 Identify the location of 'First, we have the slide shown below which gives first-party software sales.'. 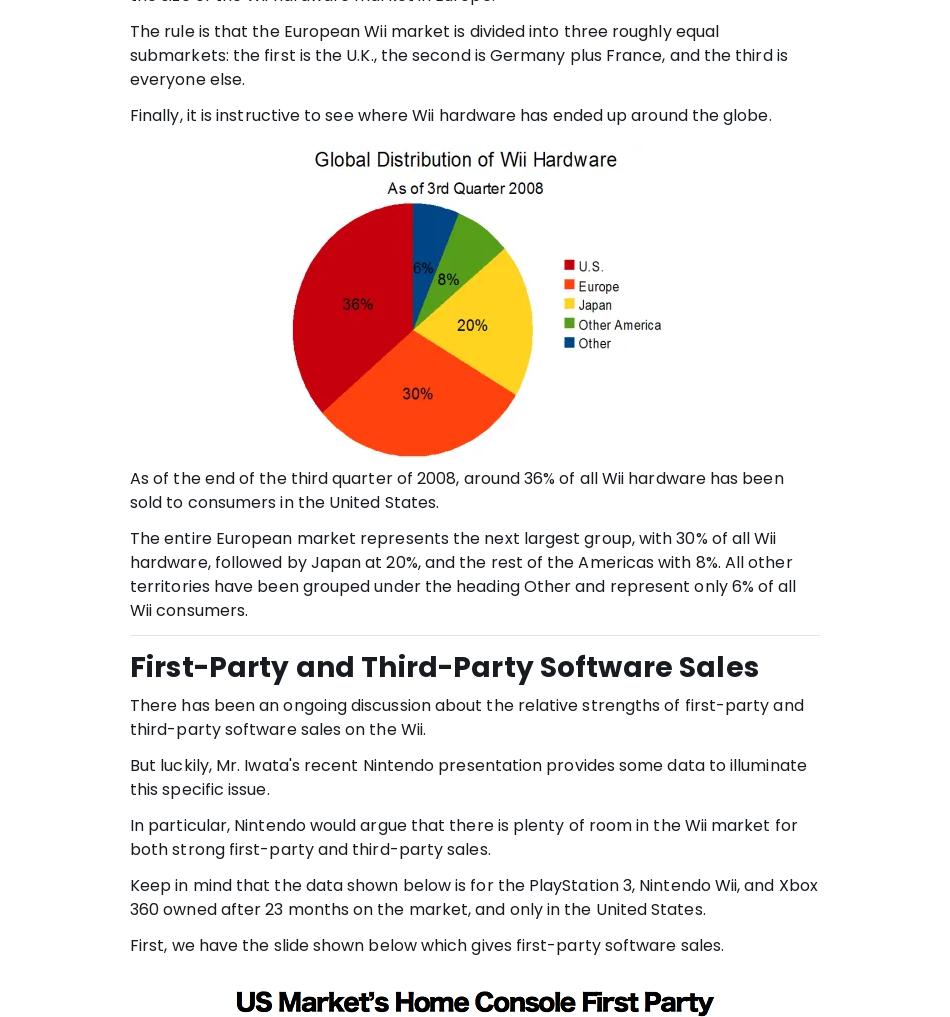
(426, 943).